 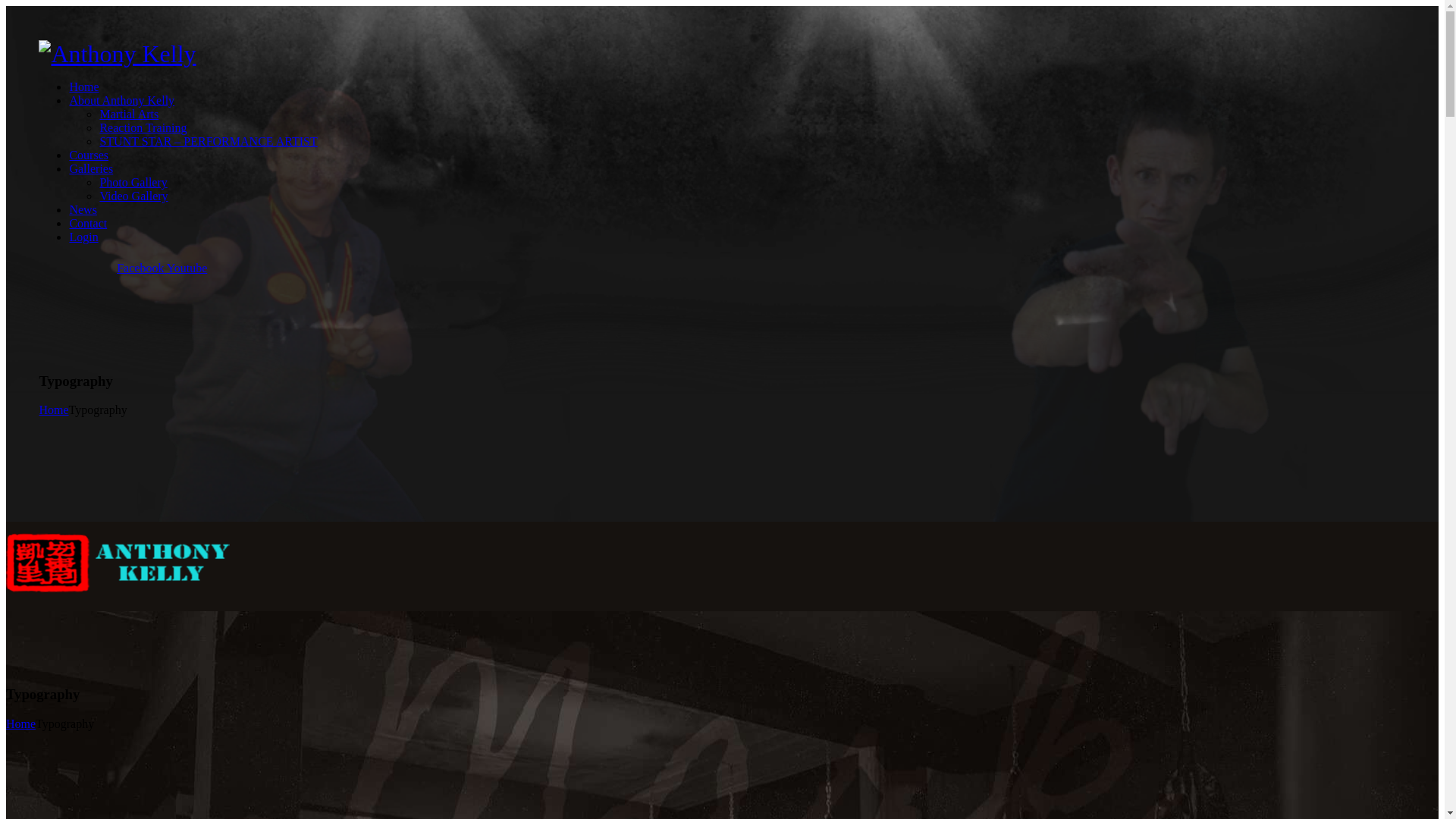 I want to click on 'Contact', so click(x=86, y=223).